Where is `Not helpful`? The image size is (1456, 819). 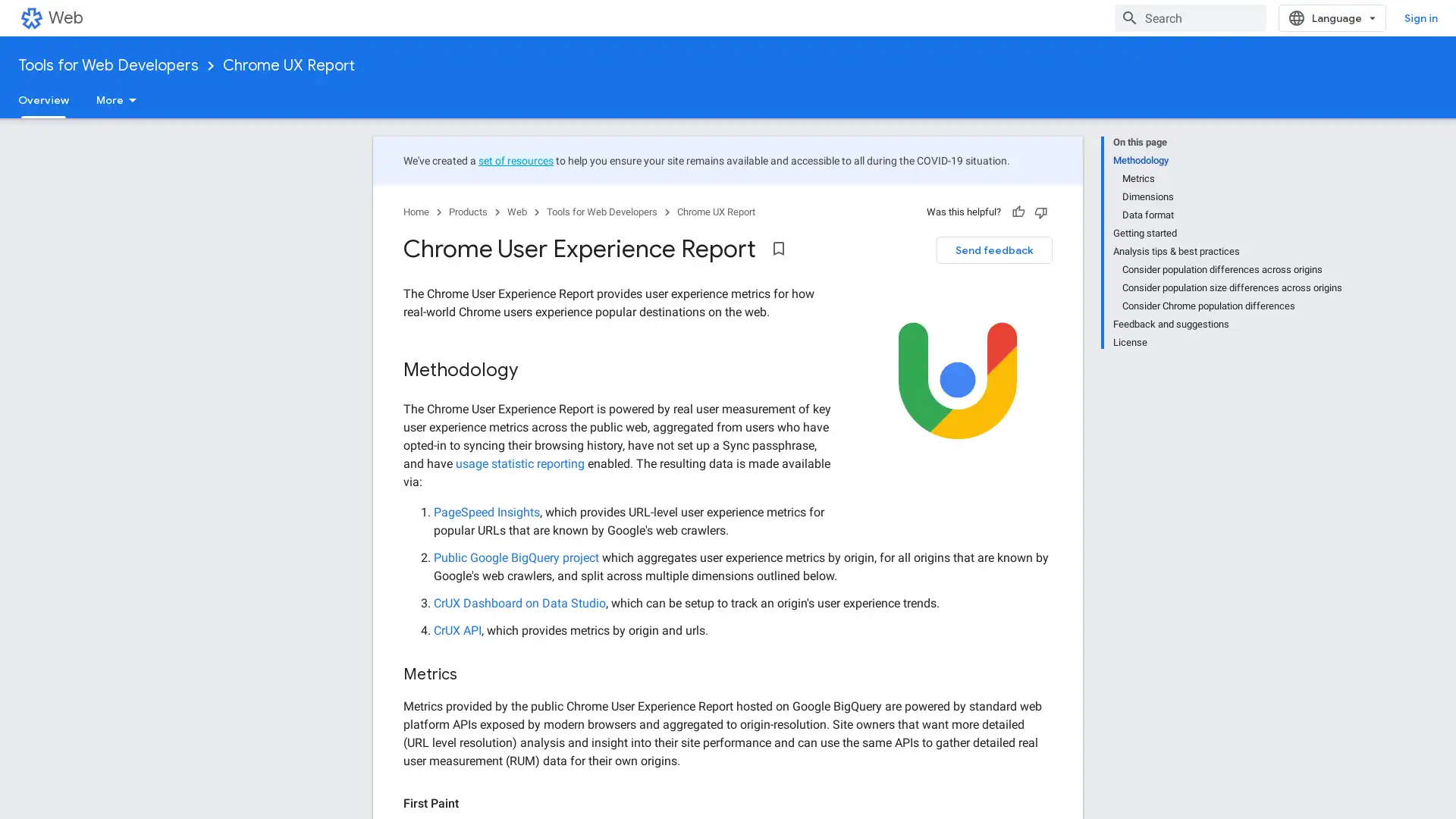 Not helpful is located at coordinates (1040, 212).